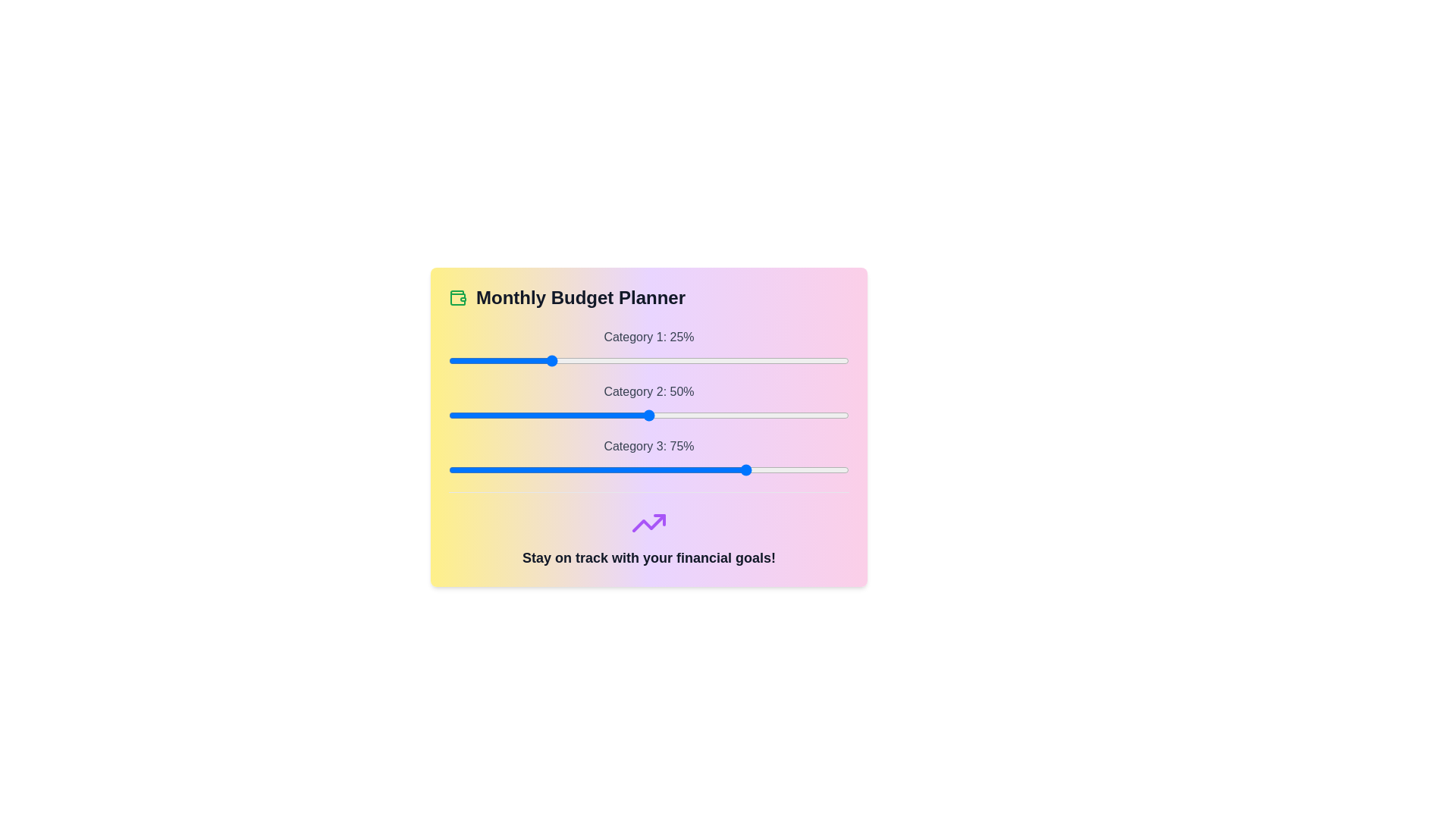  What do you see at coordinates (580, 360) in the screenshot?
I see `the slider for Category 1 to 33%` at bounding box center [580, 360].